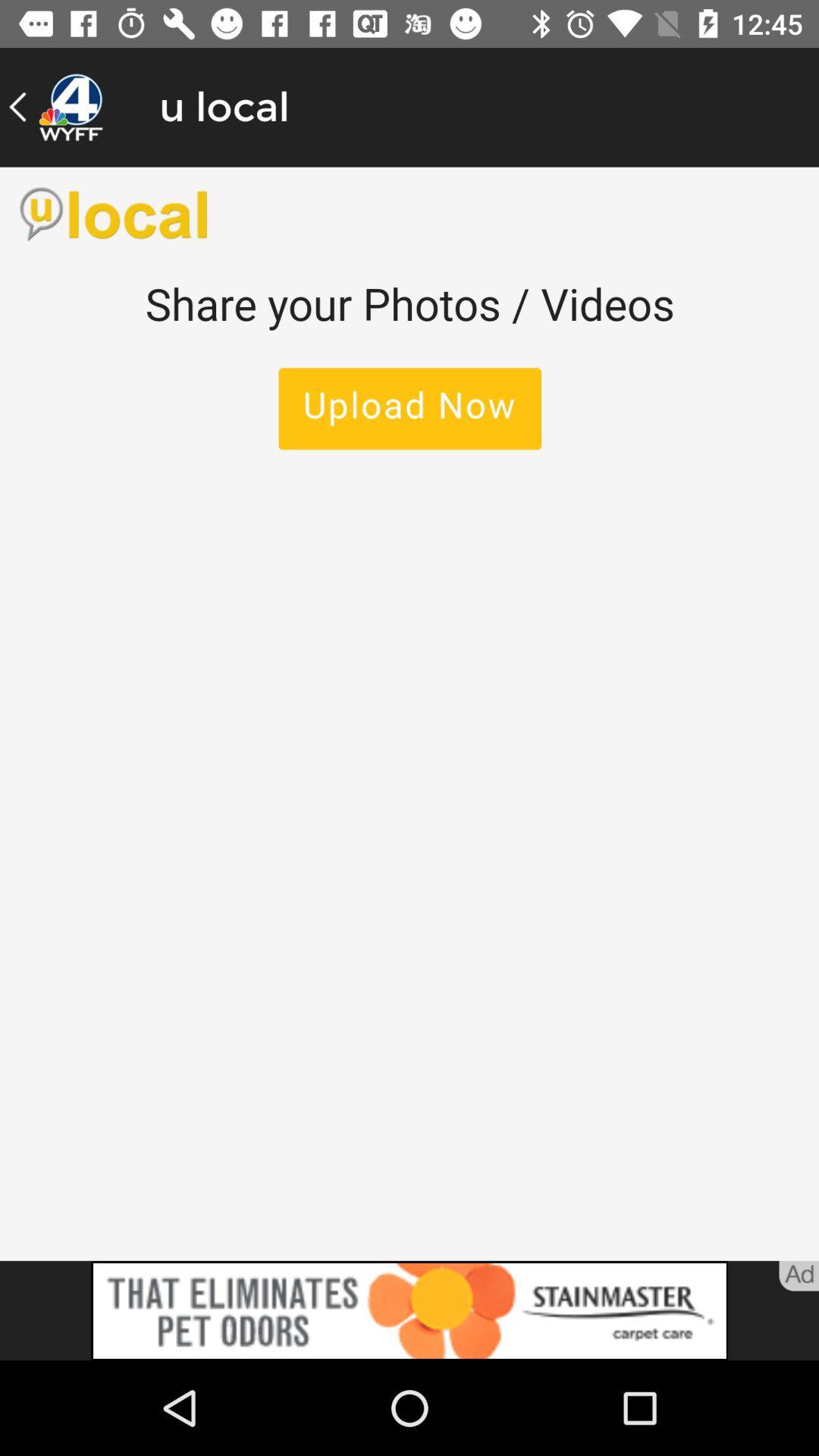 This screenshot has height=1456, width=819. I want to click on advertisement, so click(409, 1310).